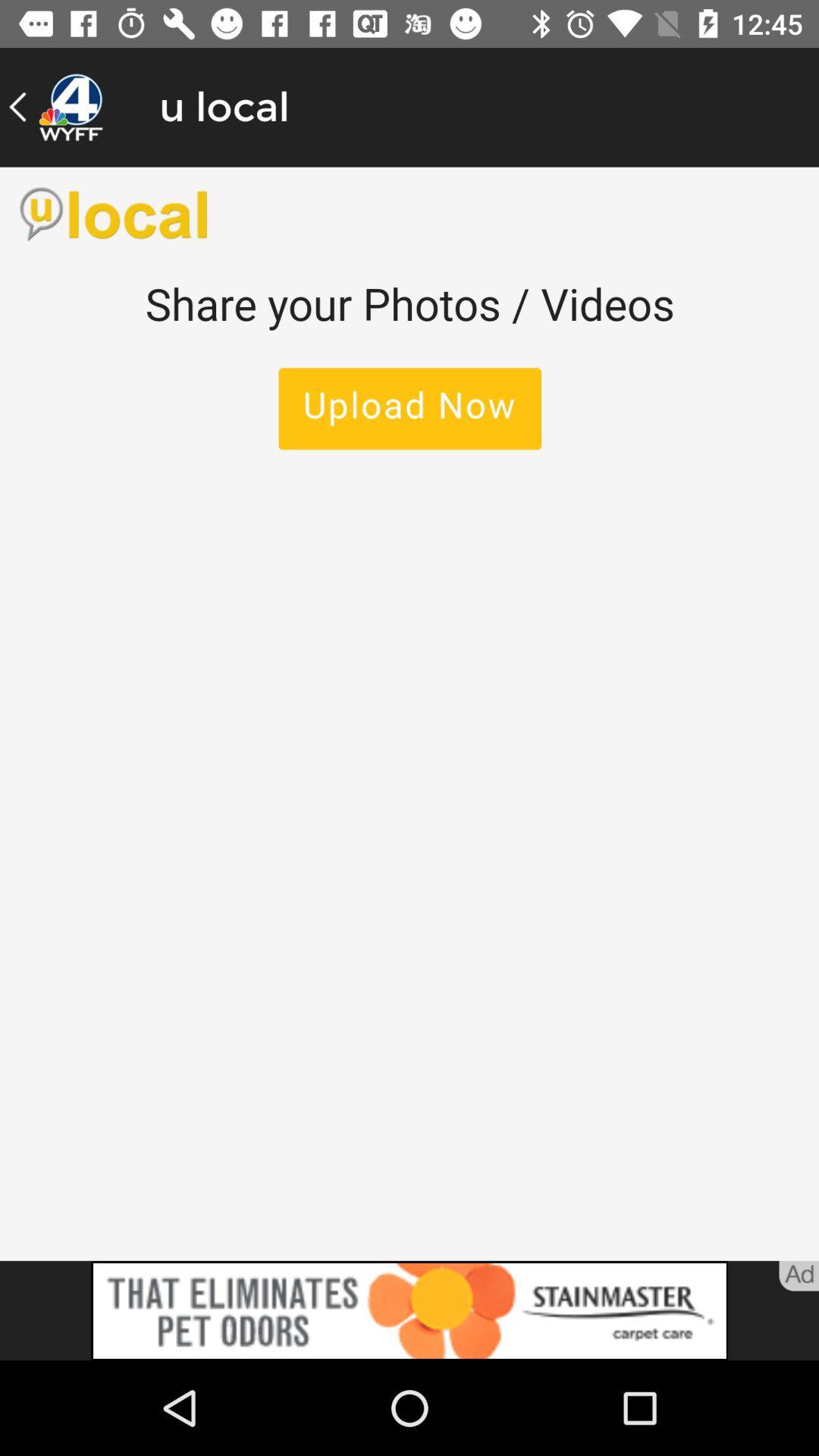 This screenshot has height=1456, width=819. I want to click on advertisement, so click(409, 1310).